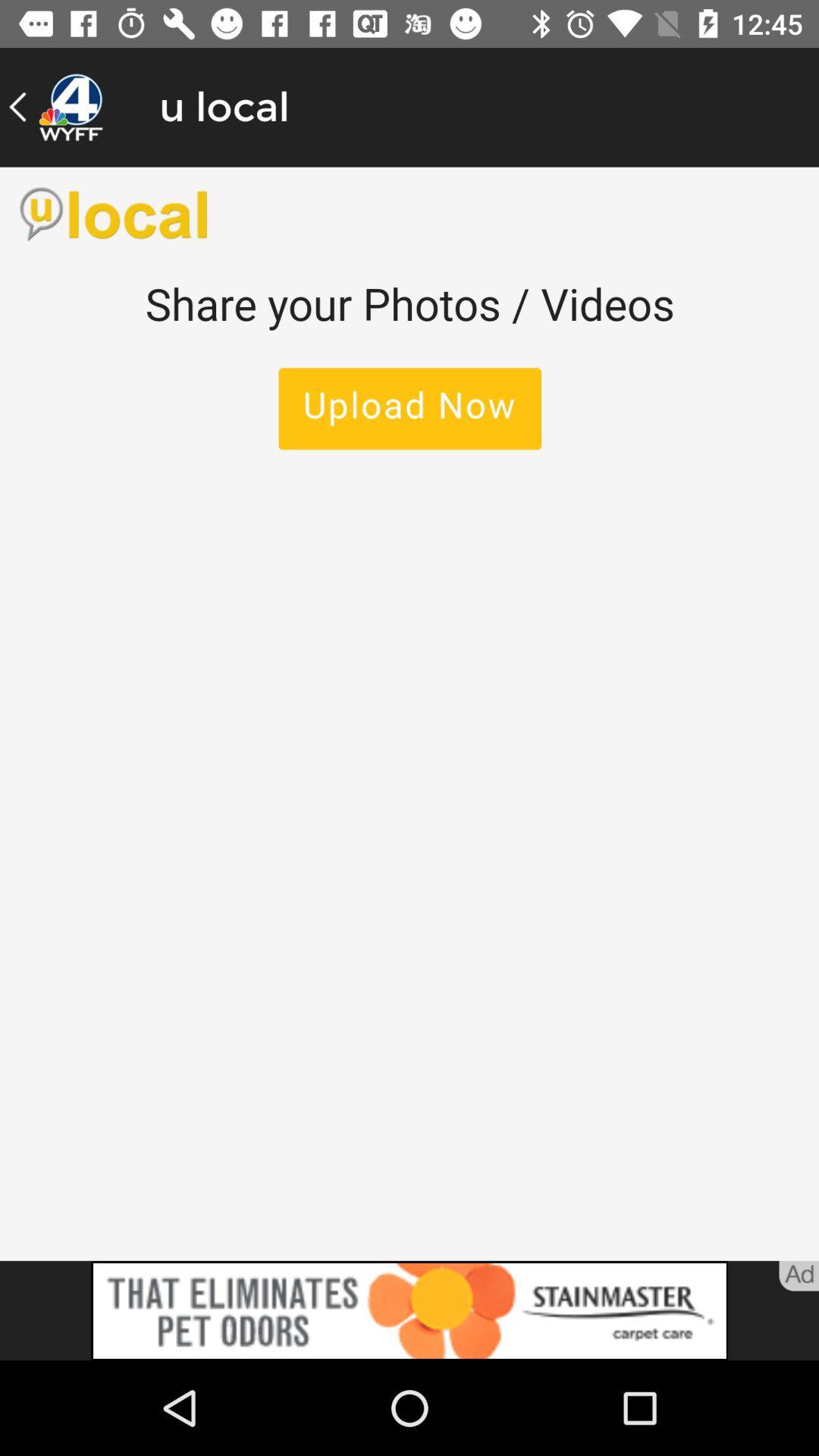 This screenshot has height=1456, width=819. I want to click on advertisement, so click(409, 1310).